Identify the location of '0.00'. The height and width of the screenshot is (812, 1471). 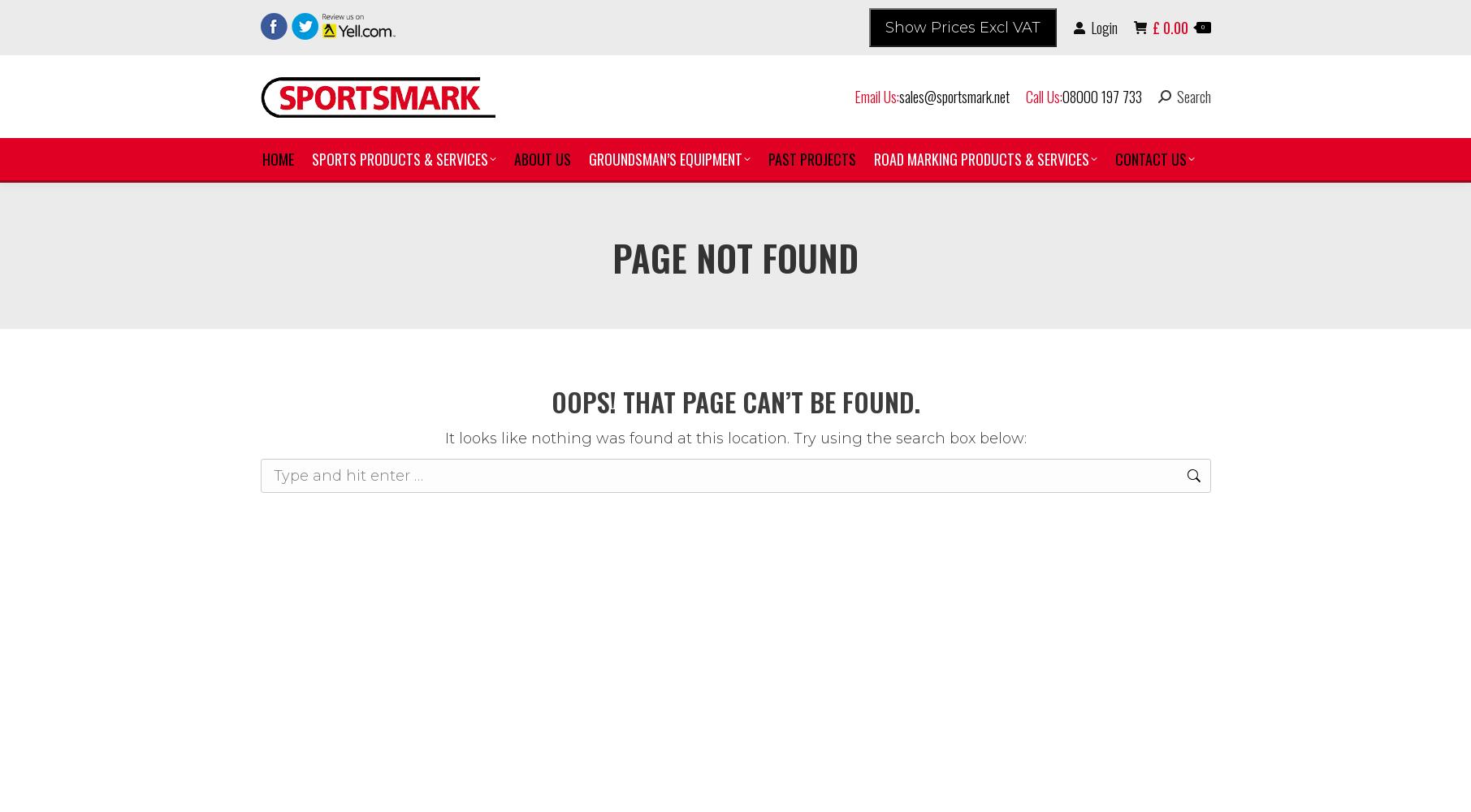
(1175, 28).